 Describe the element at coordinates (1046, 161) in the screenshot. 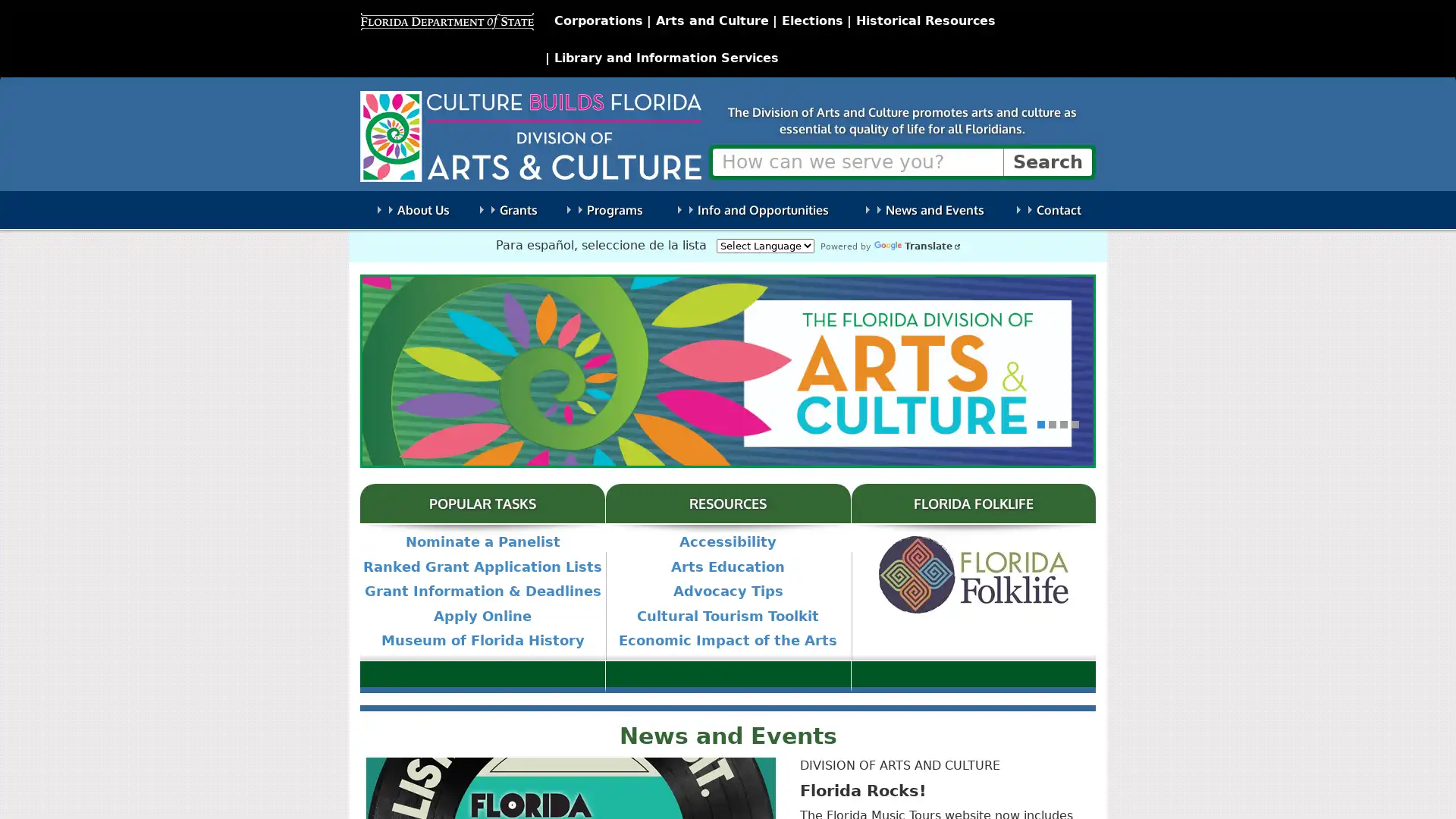

I see `Search` at that location.